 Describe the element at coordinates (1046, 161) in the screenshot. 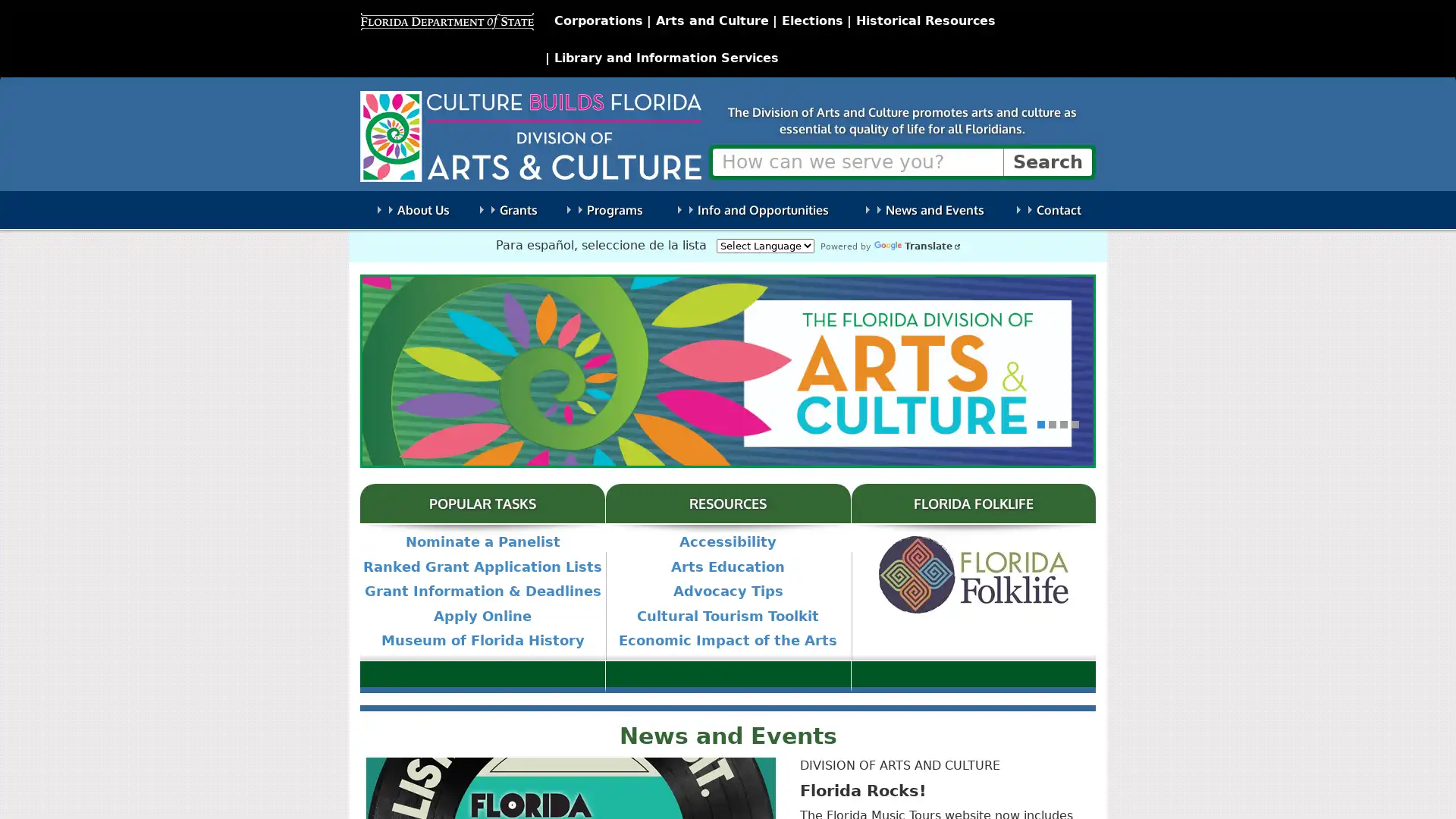

I see `Search` at that location.